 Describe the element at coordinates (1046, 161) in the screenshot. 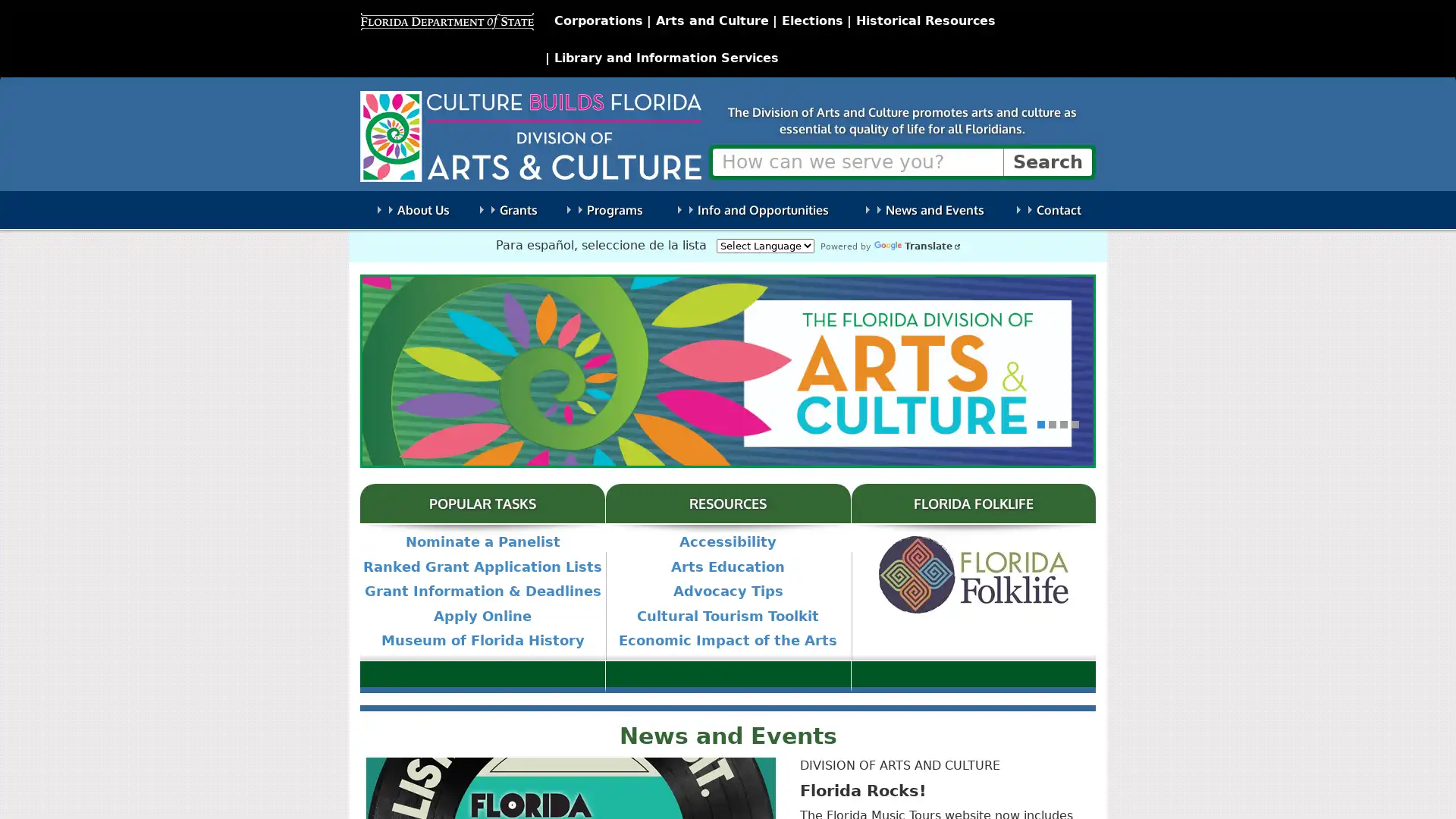

I see `Search` at that location.